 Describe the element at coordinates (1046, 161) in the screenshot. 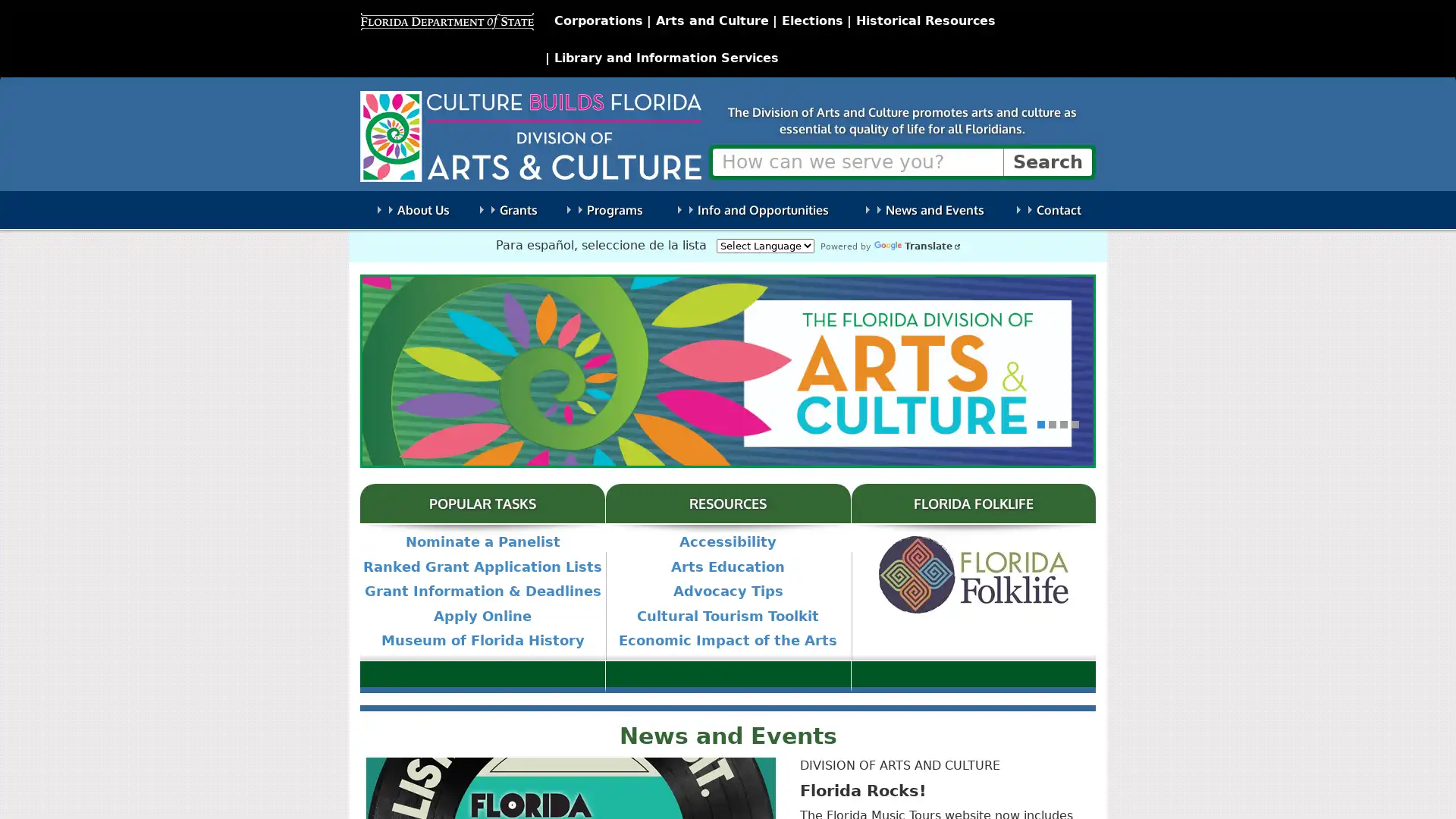

I see `Search` at that location.